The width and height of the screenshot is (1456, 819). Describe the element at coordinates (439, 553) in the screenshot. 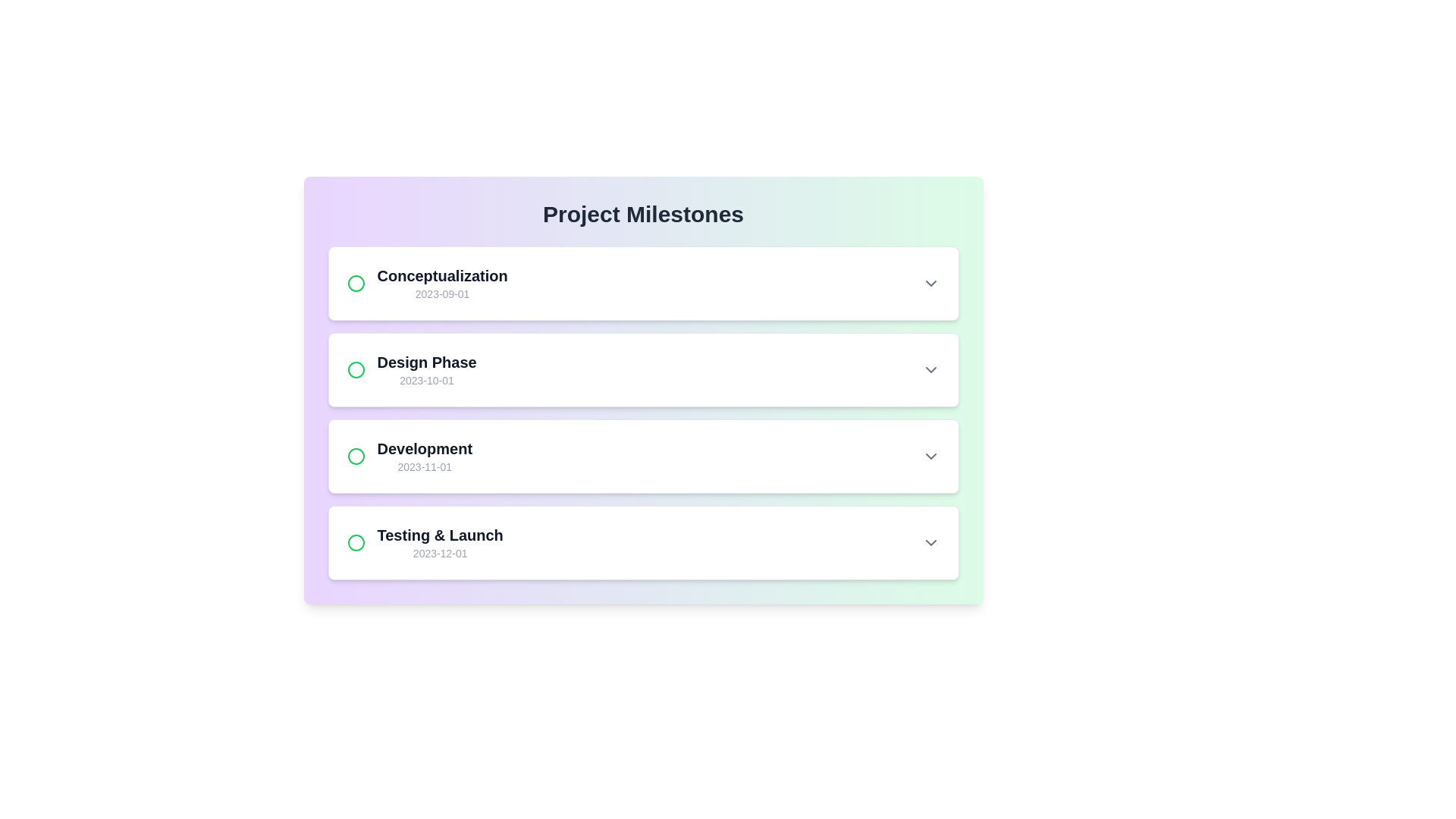

I see `the text label displaying the date '2023-12-01', which is located directly beneath the title 'Testing & Launch' in a grouping box at the bottom of the list` at that location.